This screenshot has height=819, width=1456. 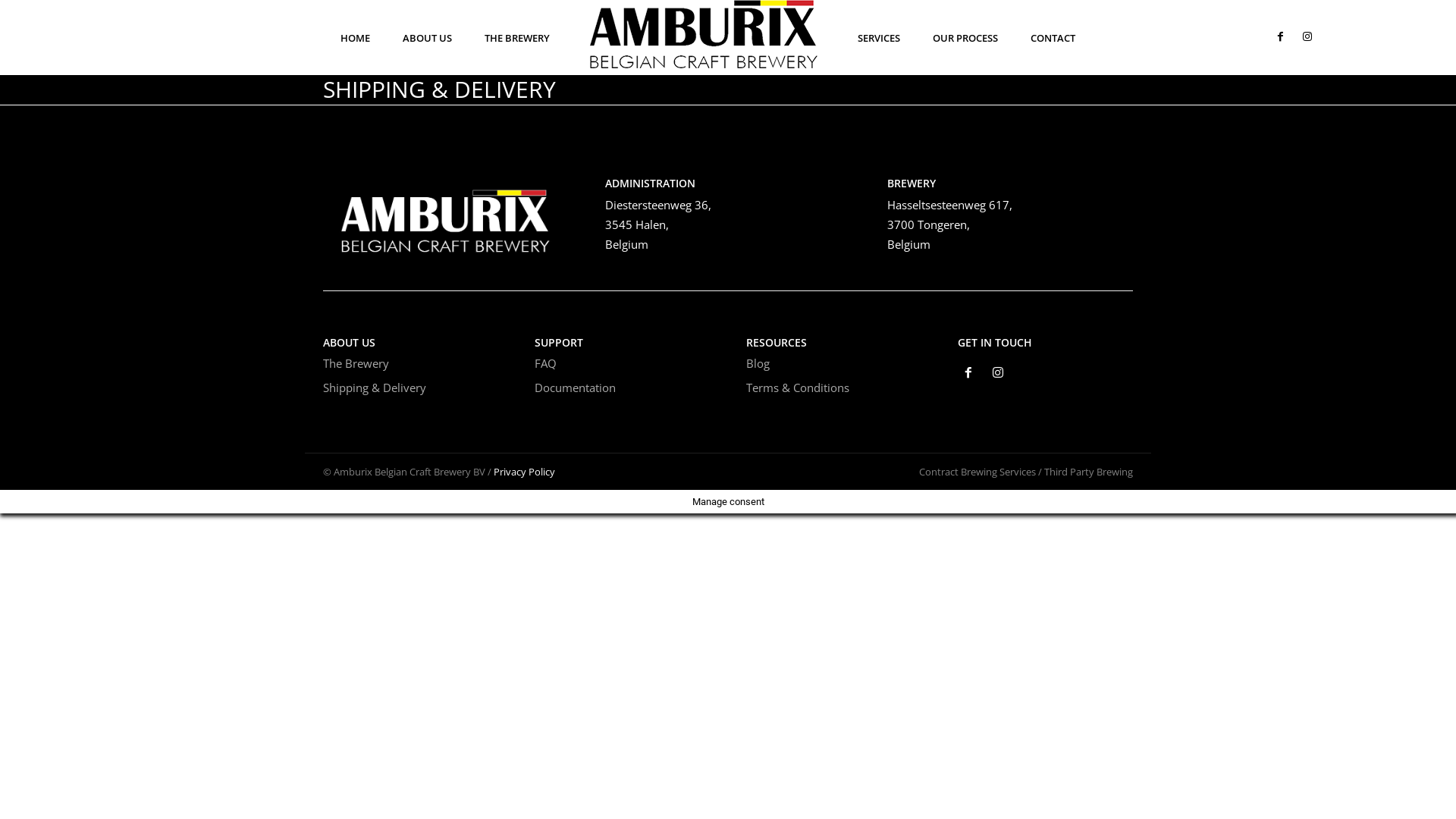 What do you see at coordinates (516, 37) in the screenshot?
I see `'THE BREWERY'` at bounding box center [516, 37].